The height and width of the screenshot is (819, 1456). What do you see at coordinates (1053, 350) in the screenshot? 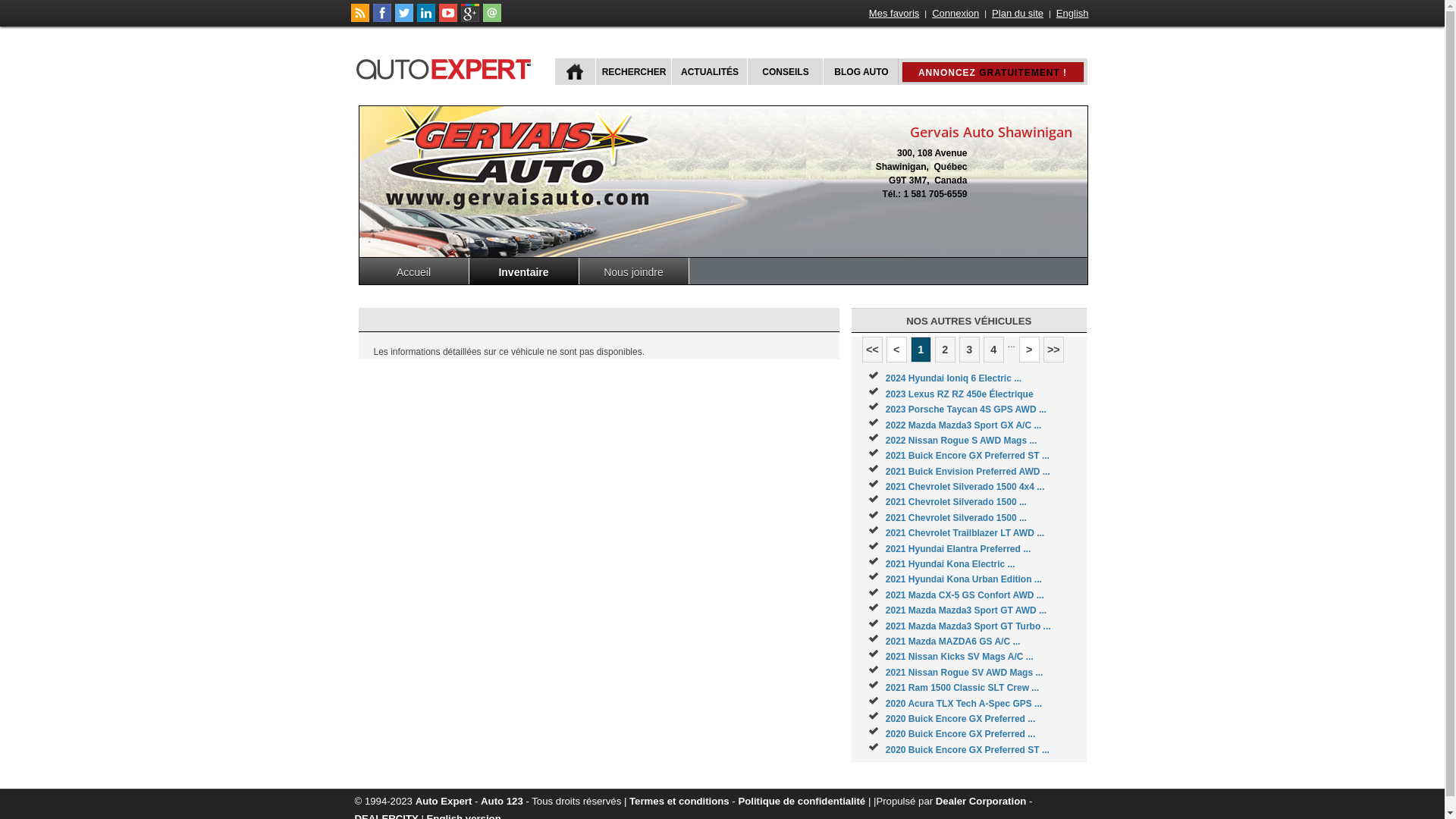
I see `'>>'` at bounding box center [1053, 350].